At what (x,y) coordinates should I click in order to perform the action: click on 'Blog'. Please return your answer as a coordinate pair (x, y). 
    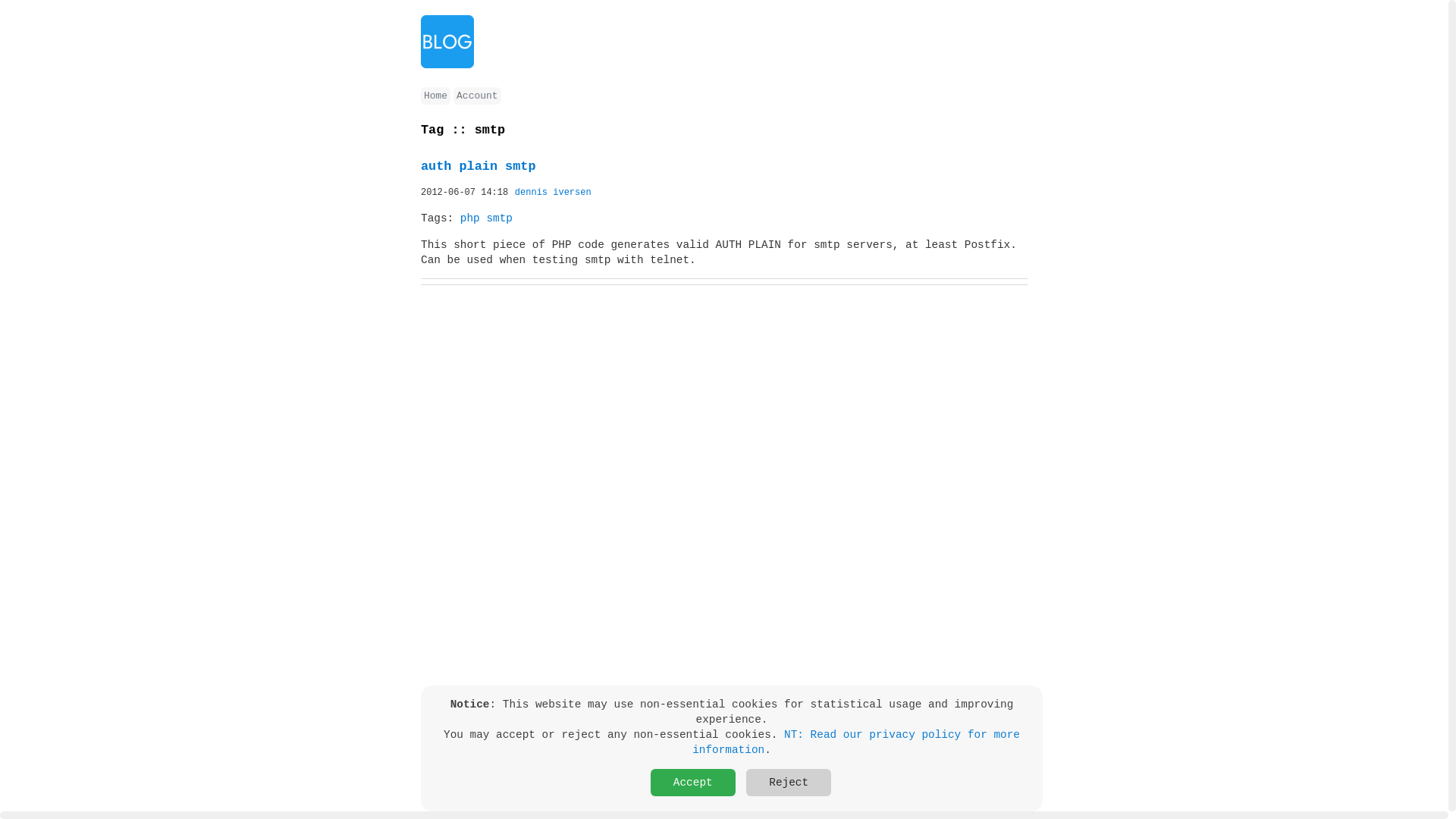
    Looking at the image, I should click on (447, 64).